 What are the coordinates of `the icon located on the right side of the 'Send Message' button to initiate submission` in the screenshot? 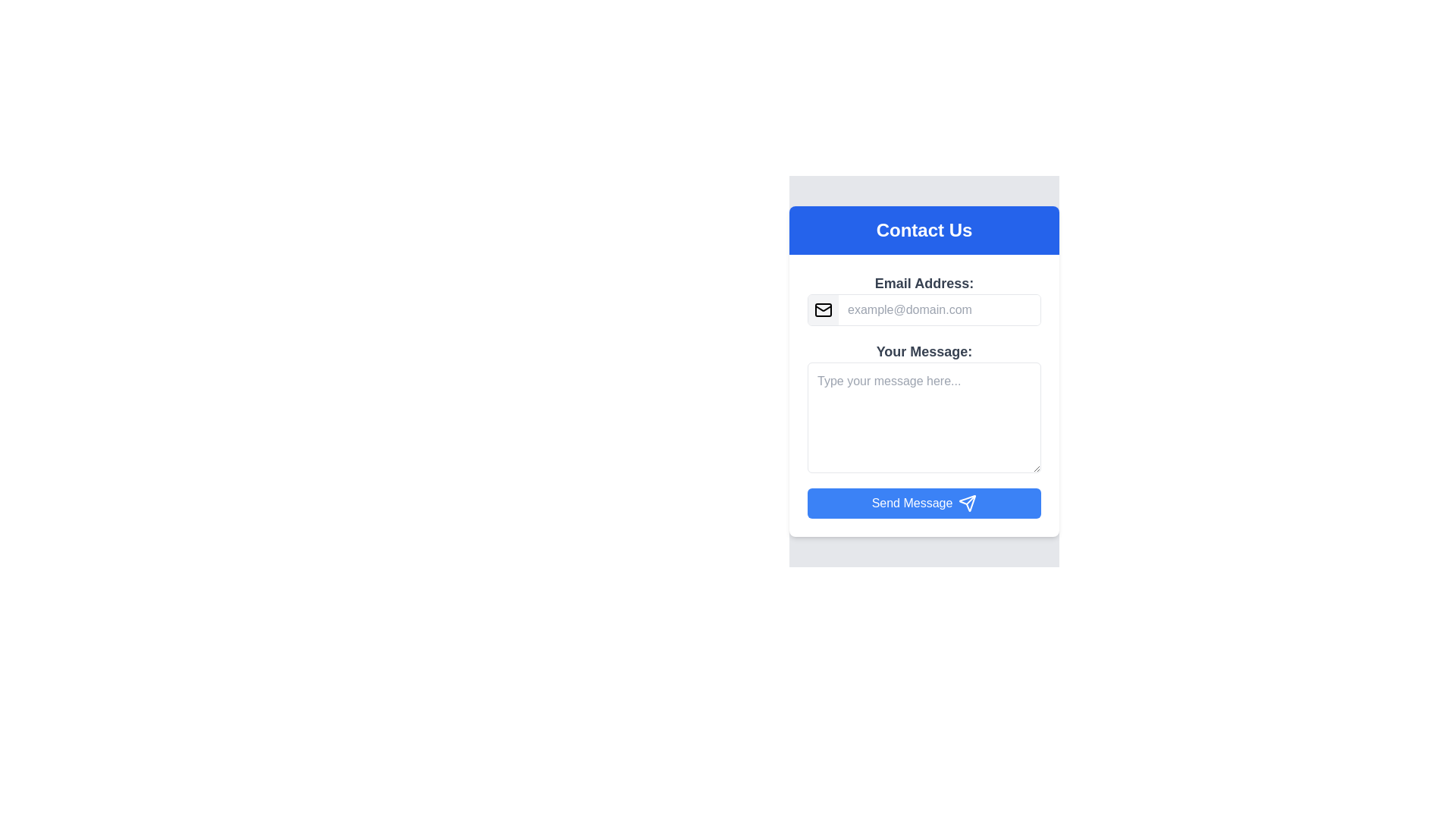 It's located at (967, 503).